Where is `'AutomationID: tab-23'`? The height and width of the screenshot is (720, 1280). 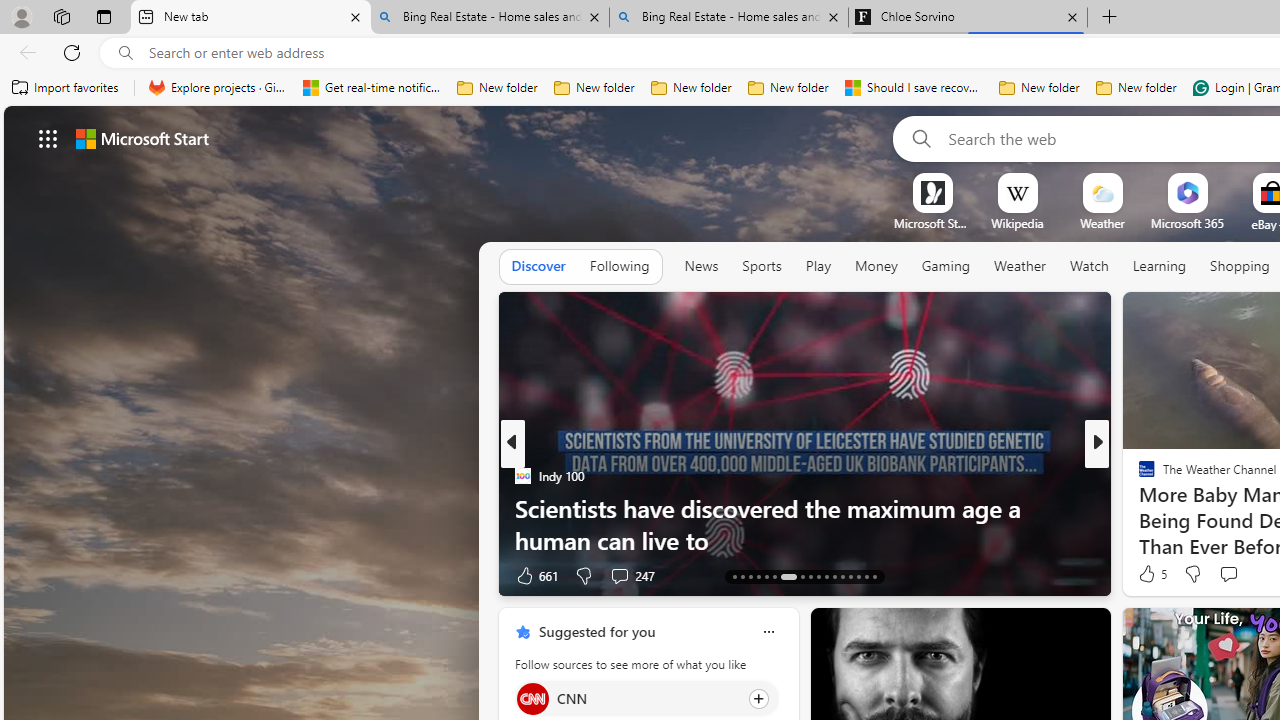 'AutomationID: tab-23' is located at coordinates (826, 577).